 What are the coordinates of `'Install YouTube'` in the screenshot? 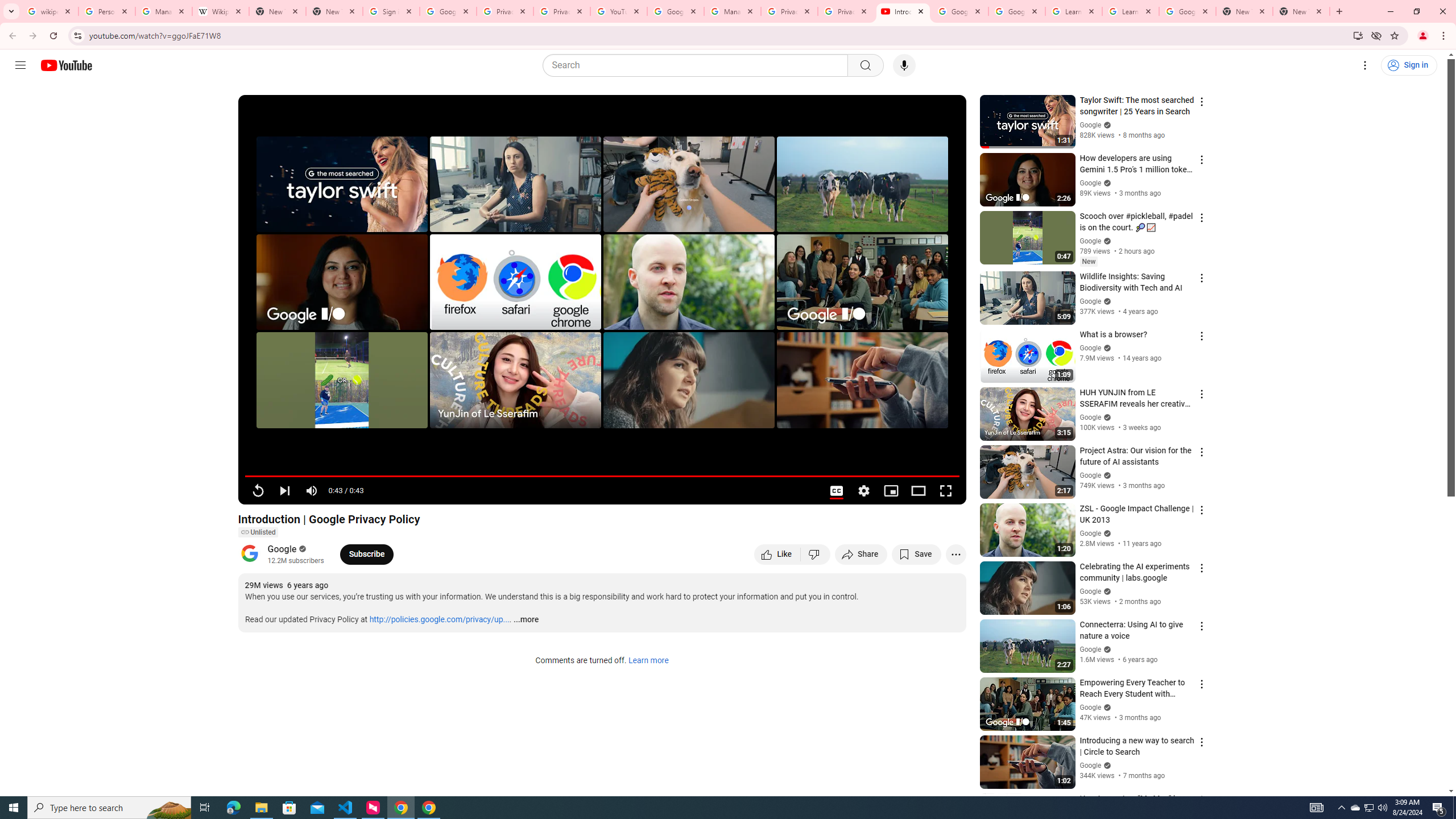 It's located at (1358, 35).